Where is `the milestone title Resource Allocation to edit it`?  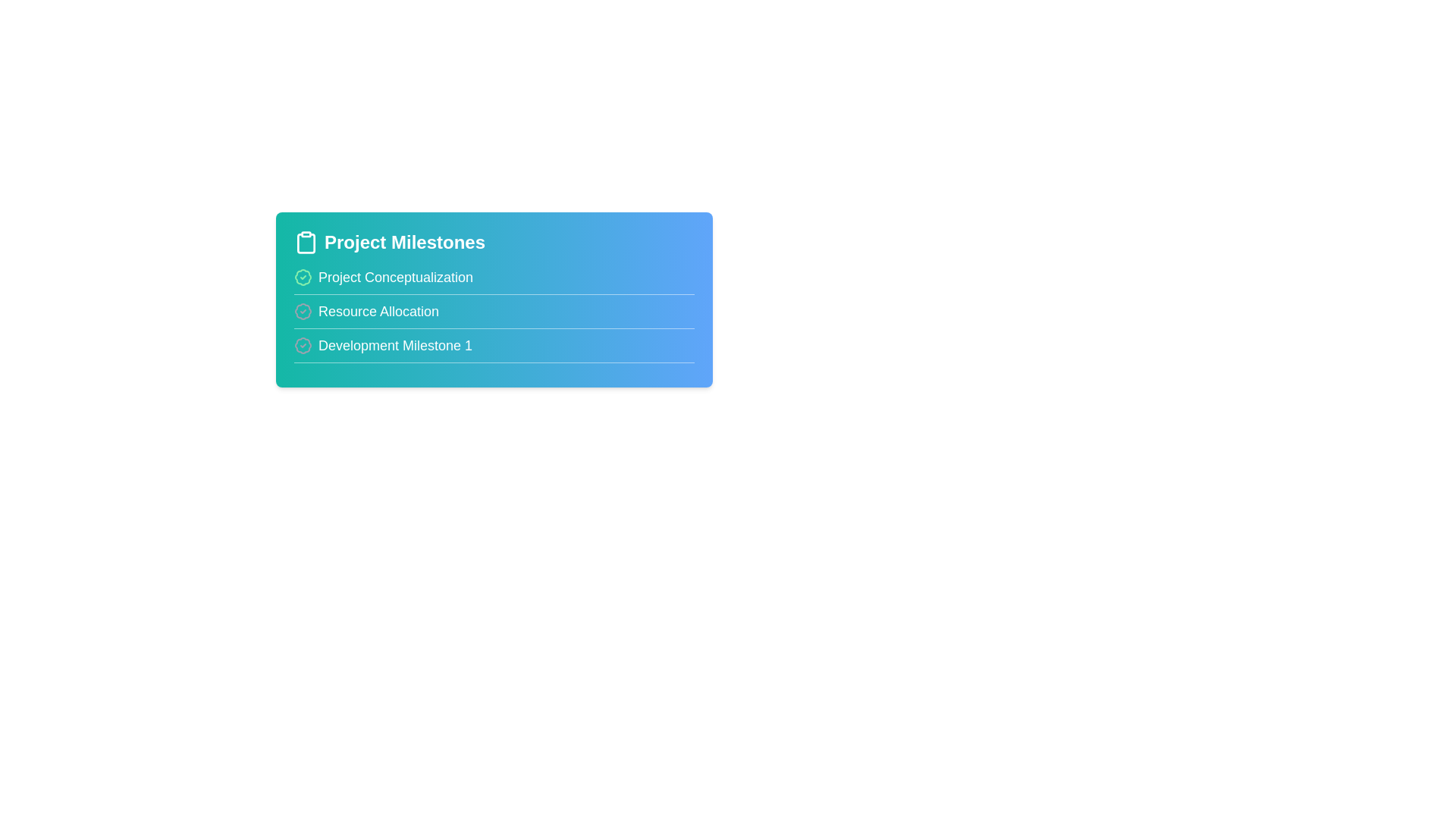 the milestone title Resource Allocation to edit it is located at coordinates (378, 311).